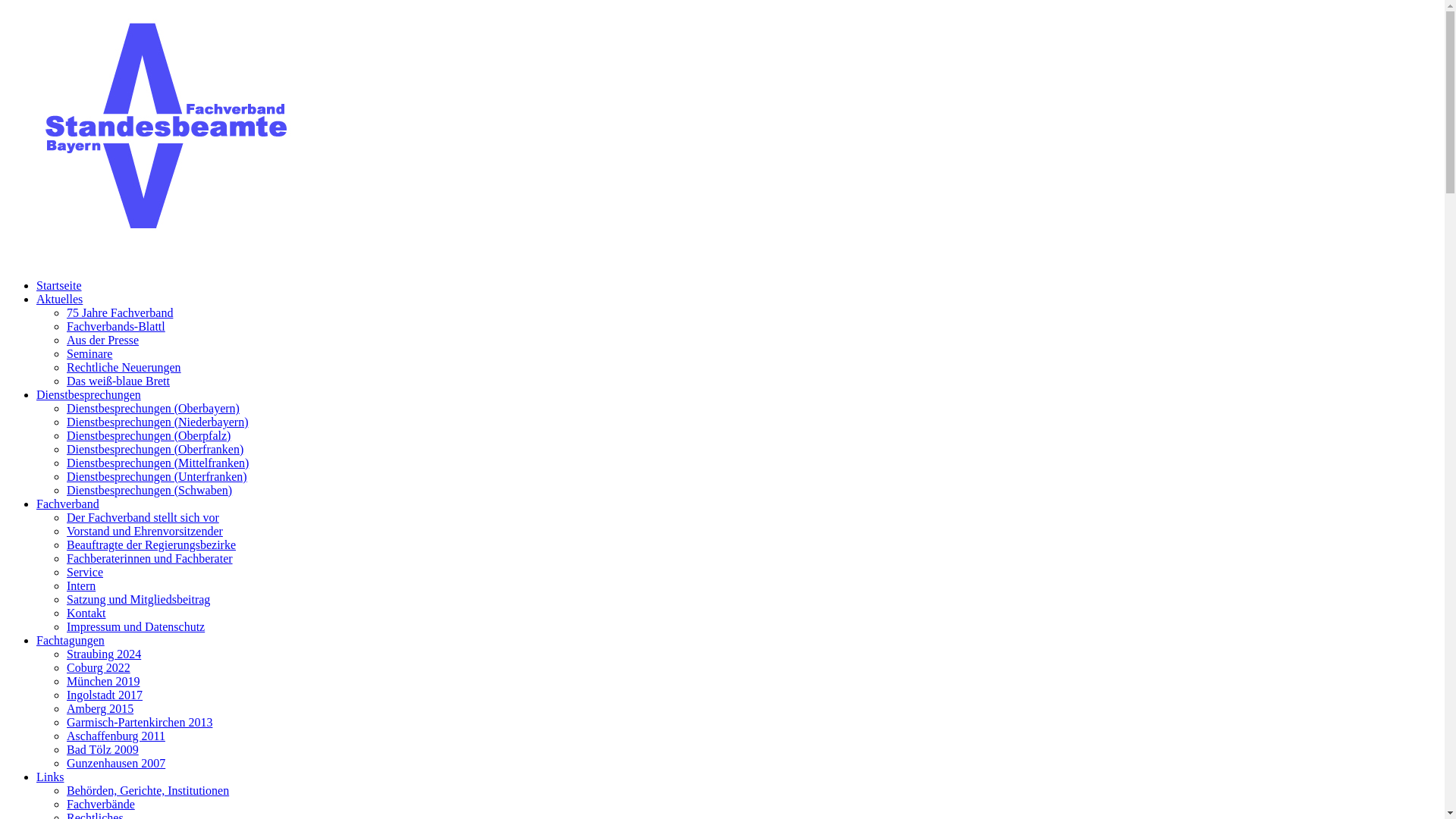  Describe the element at coordinates (80, 585) in the screenshot. I see `'Intern'` at that location.